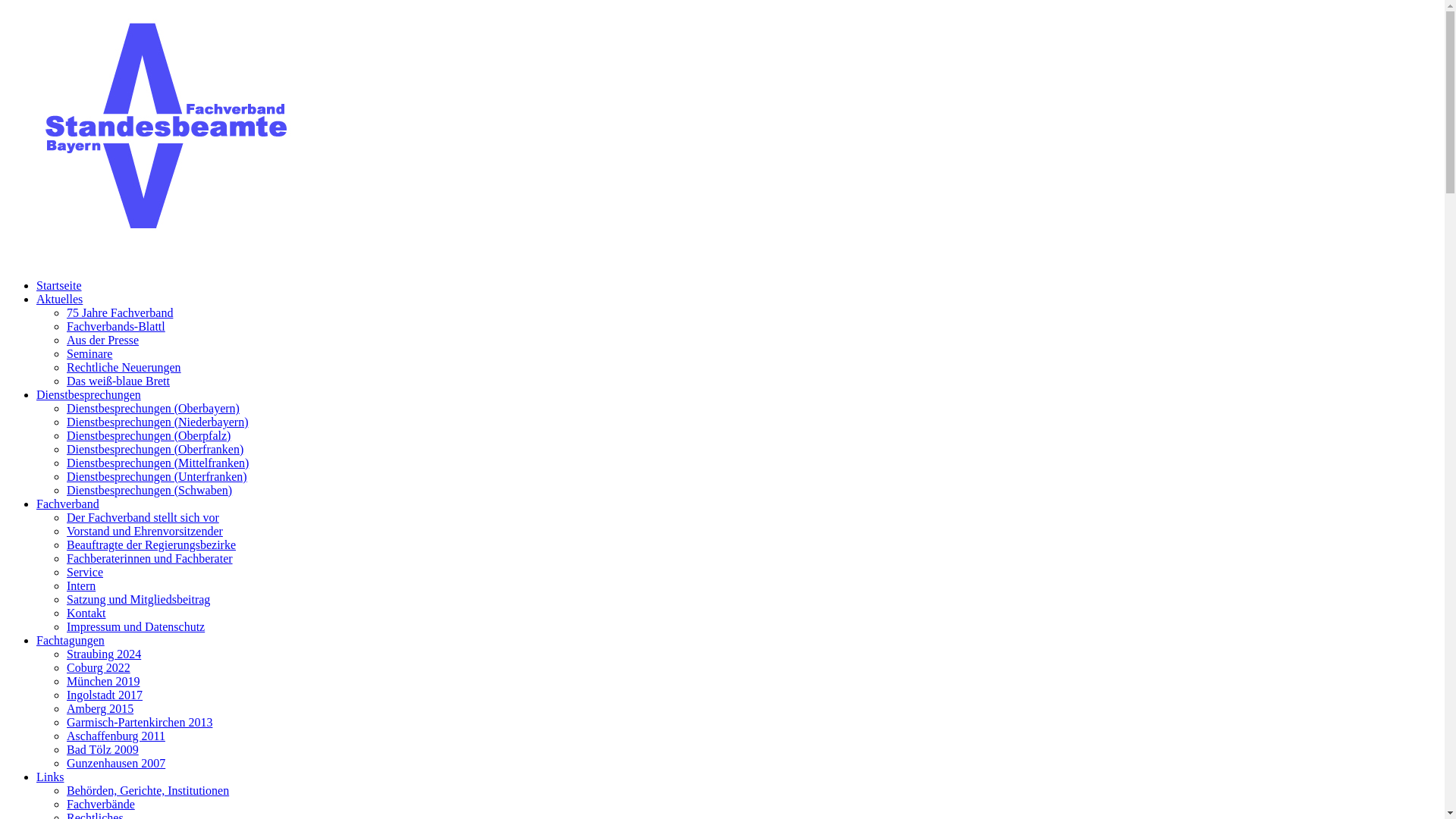  Describe the element at coordinates (80, 585) in the screenshot. I see `'Intern'` at that location.